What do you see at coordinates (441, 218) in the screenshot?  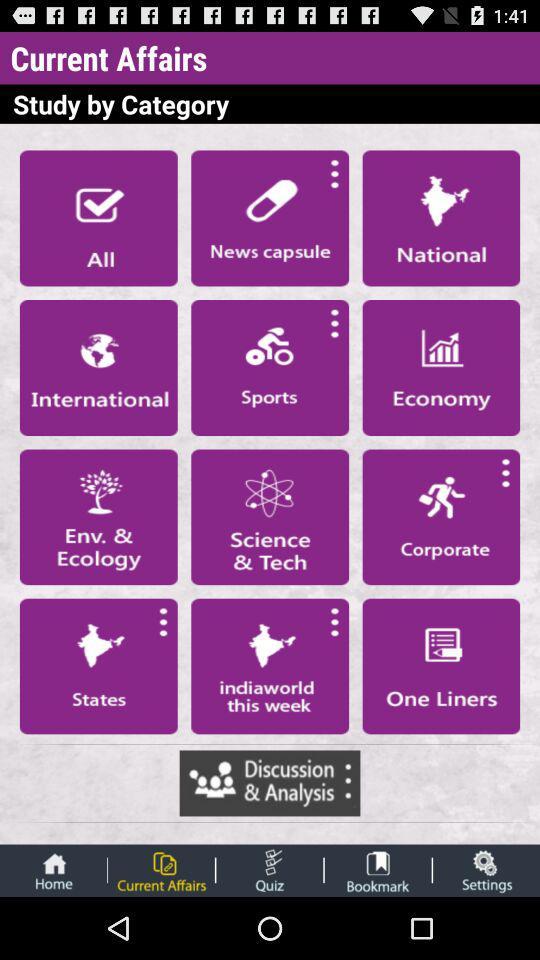 I see `opens the national category` at bounding box center [441, 218].